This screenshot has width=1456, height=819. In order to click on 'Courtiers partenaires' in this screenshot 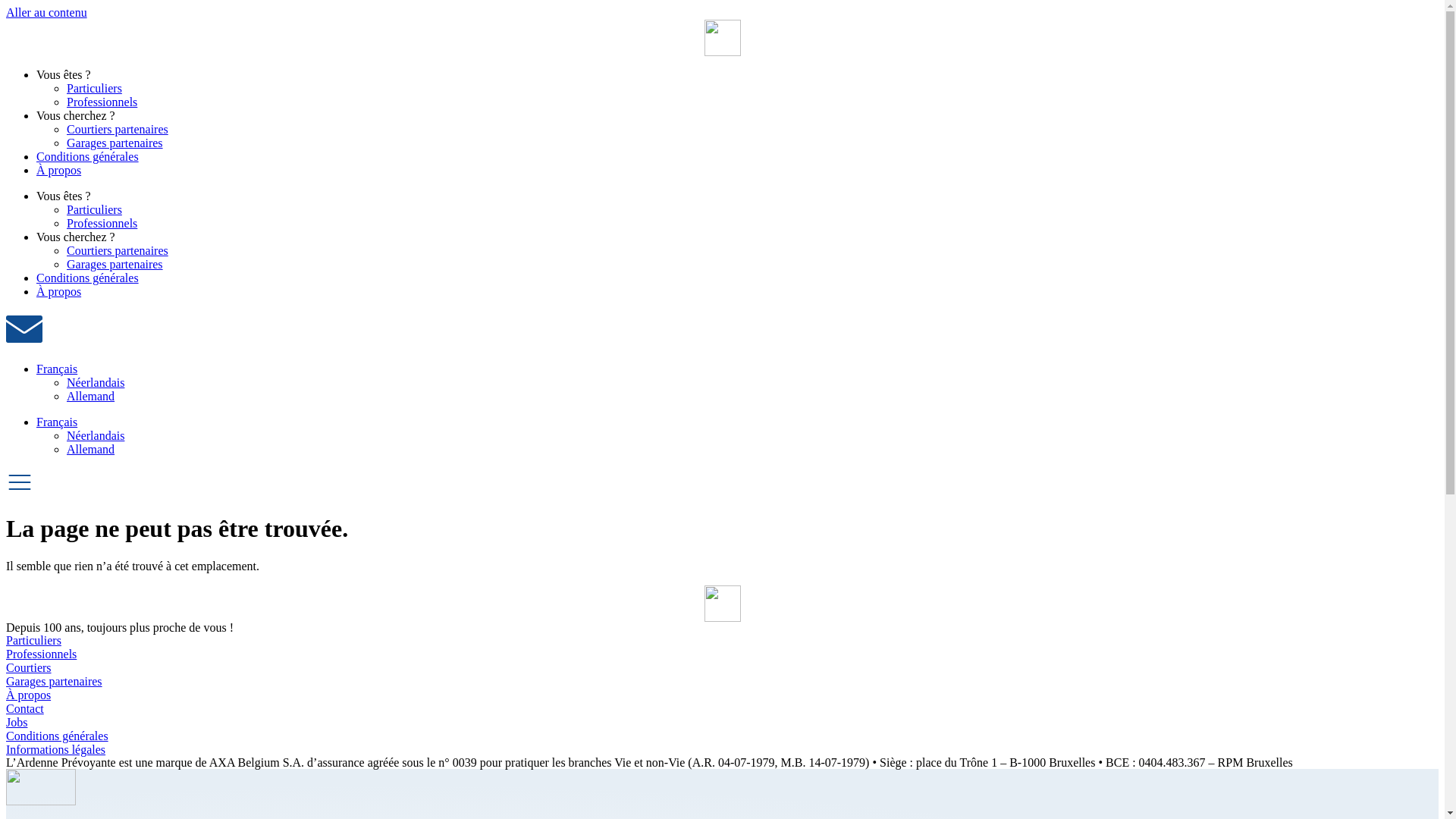, I will do `click(116, 249)`.